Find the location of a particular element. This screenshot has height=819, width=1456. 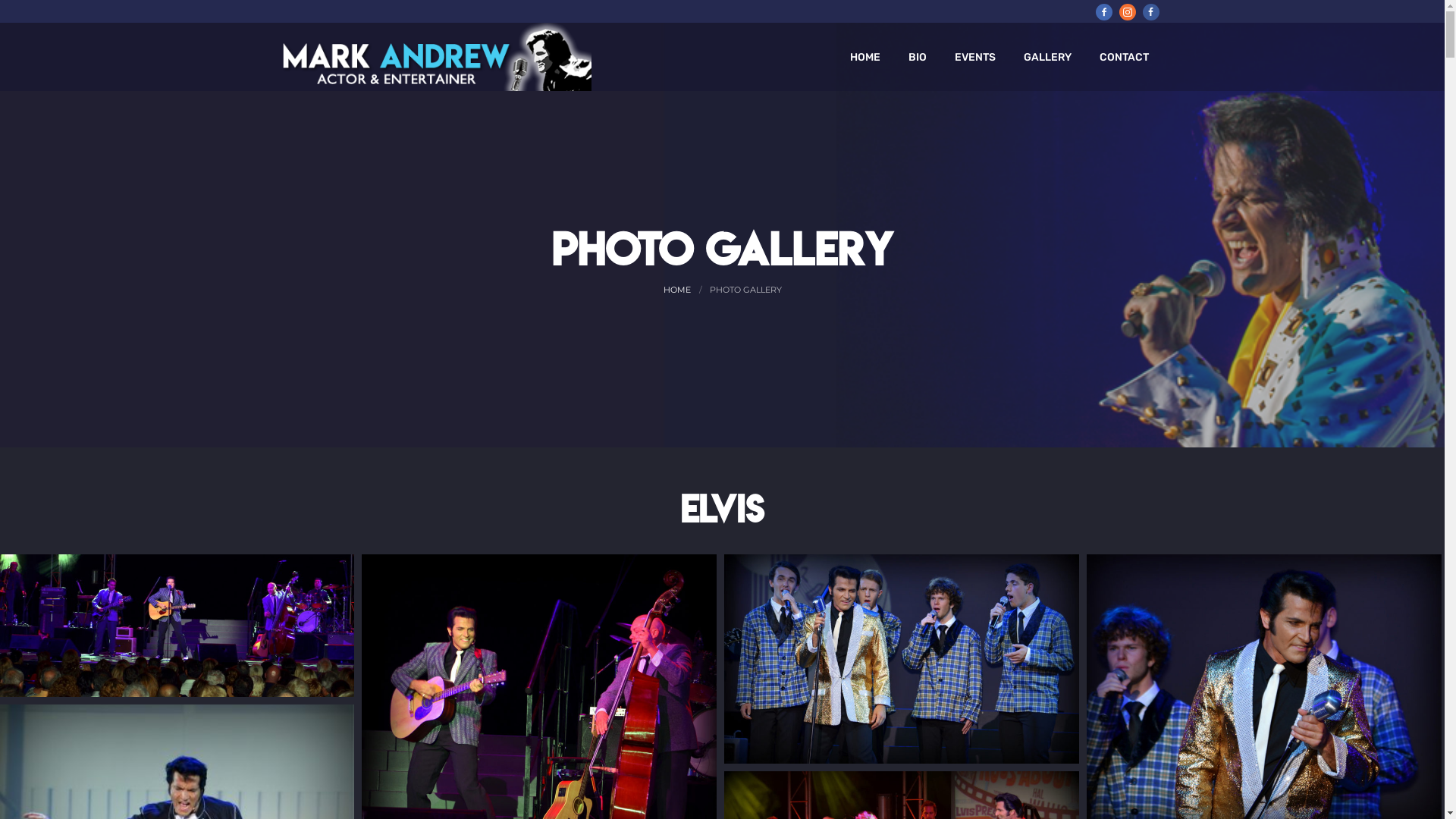

'HOME' is located at coordinates (676, 289).